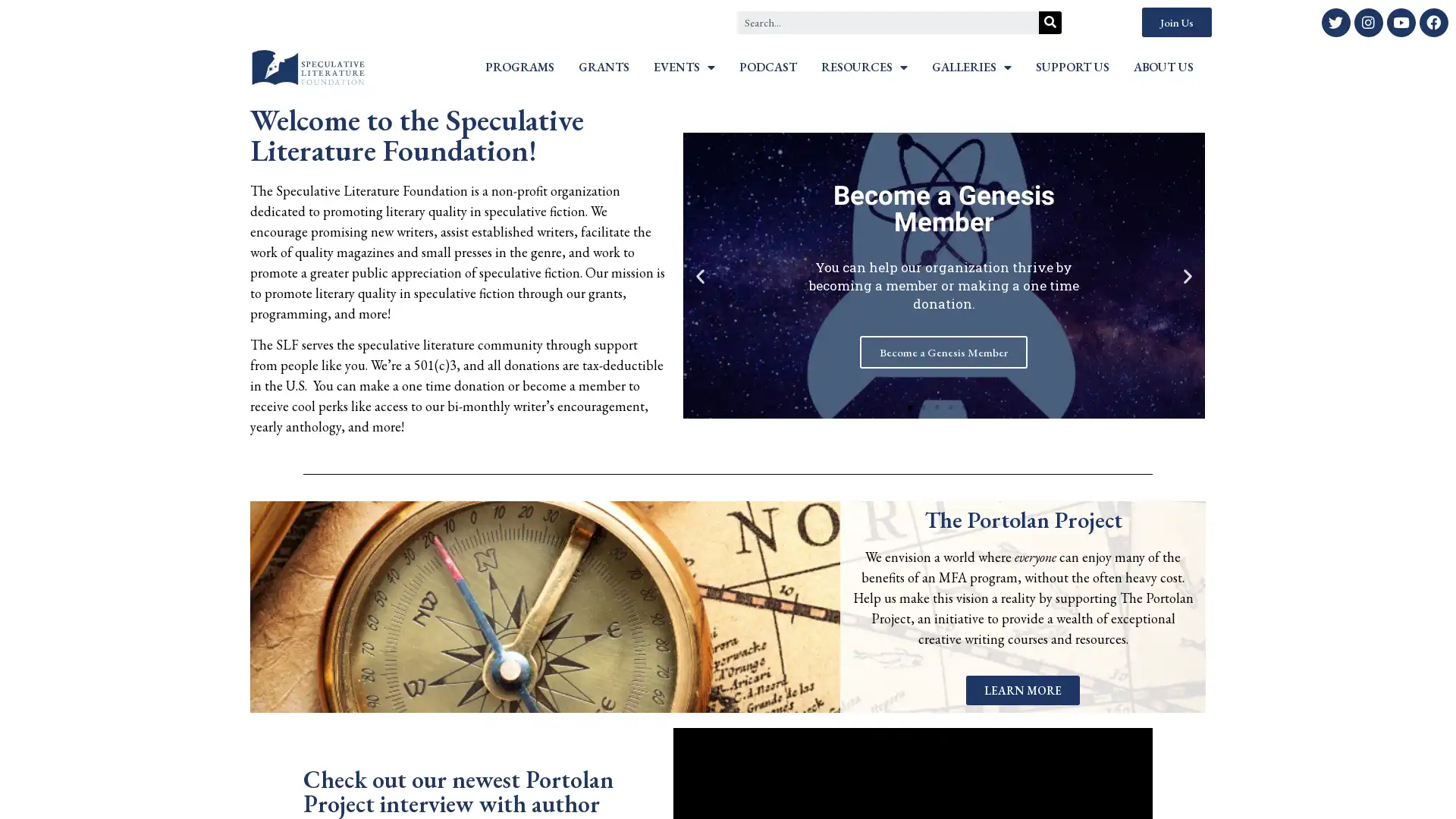 This screenshot has width=1456, height=819. What do you see at coordinates (1050, 22) in the screenshot?
I see `Search` at bounding box center [1050, 22].